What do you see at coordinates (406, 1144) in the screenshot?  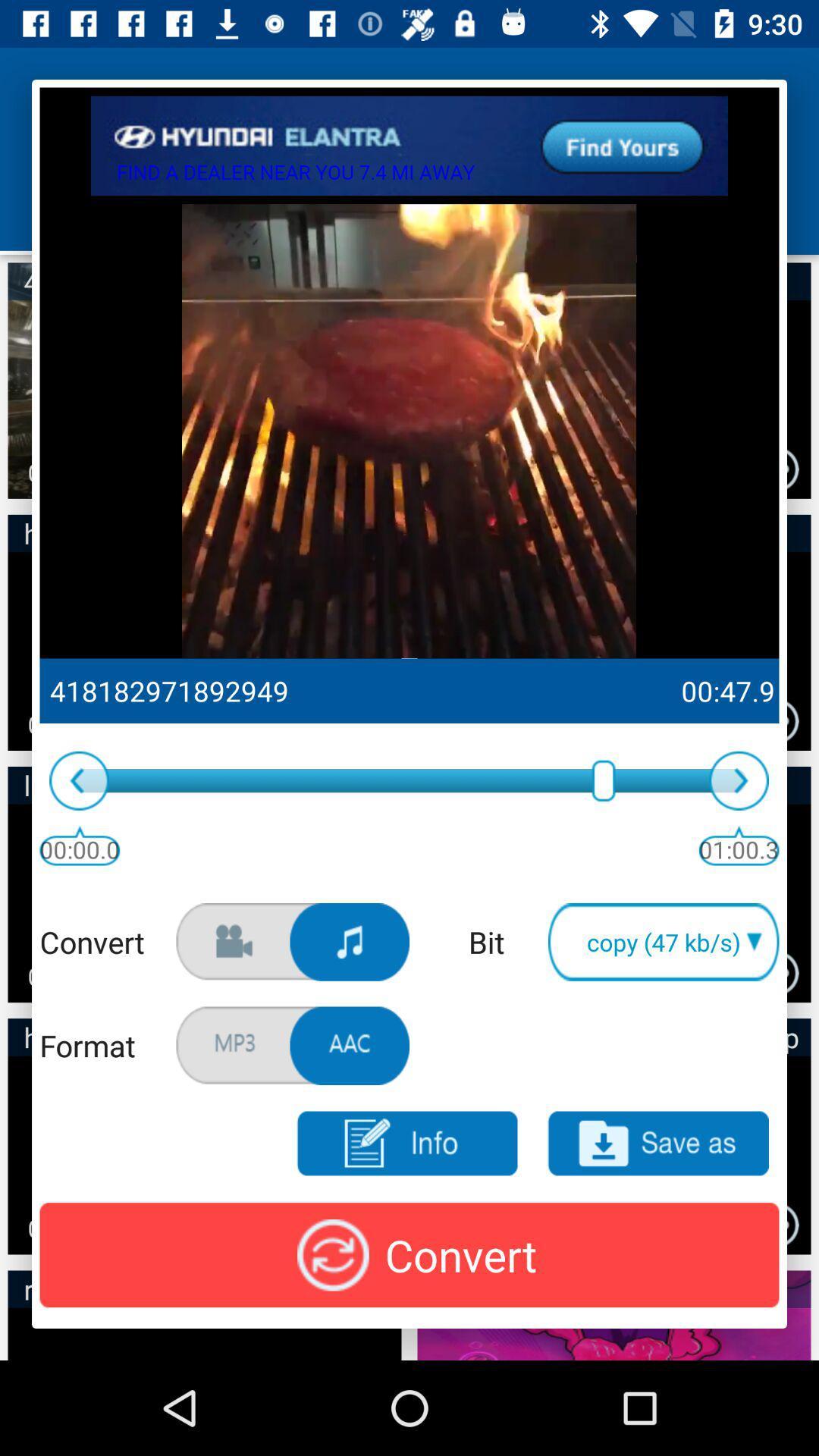 I see `show info` at bounding box center [406, 1144].